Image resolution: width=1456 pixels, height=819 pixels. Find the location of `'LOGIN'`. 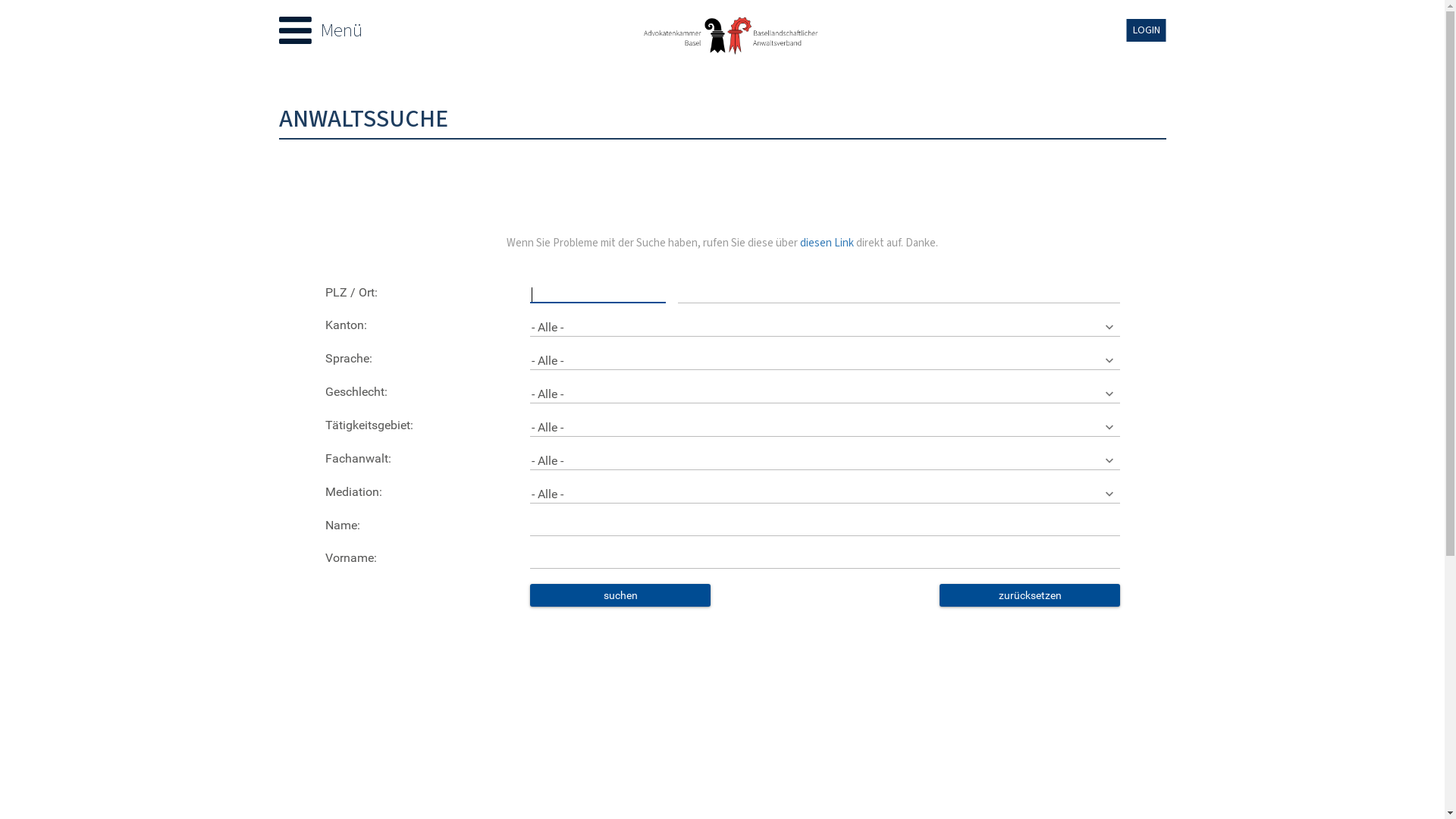

'LOGIN' is located at coordinates (1147, 30).